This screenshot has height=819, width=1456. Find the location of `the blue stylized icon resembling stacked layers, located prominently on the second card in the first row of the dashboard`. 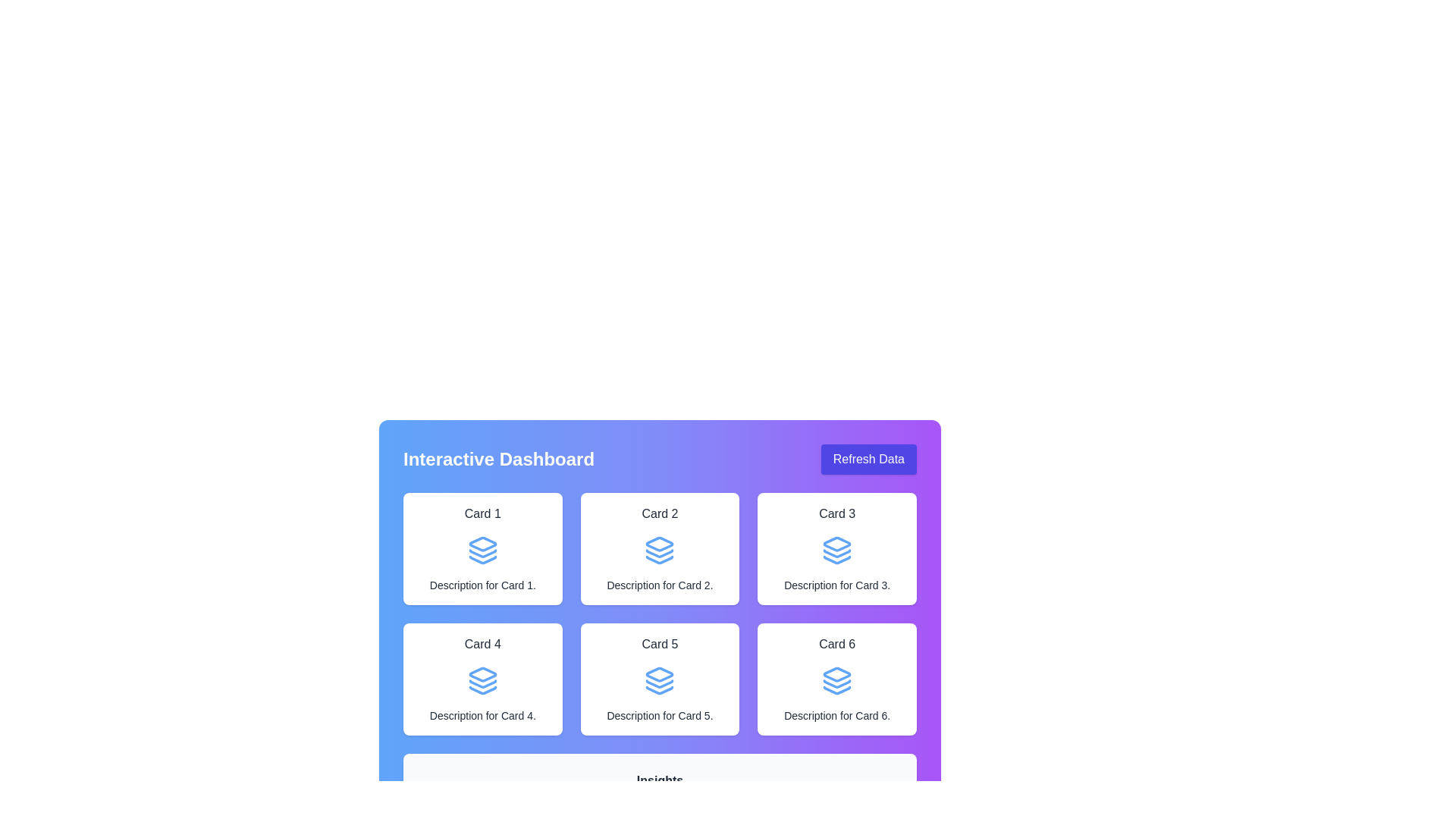

the blue stylized icon resembling stacked layers, located prominently on the second card in the first row of the dashboard is located at coordinates (660, 543).